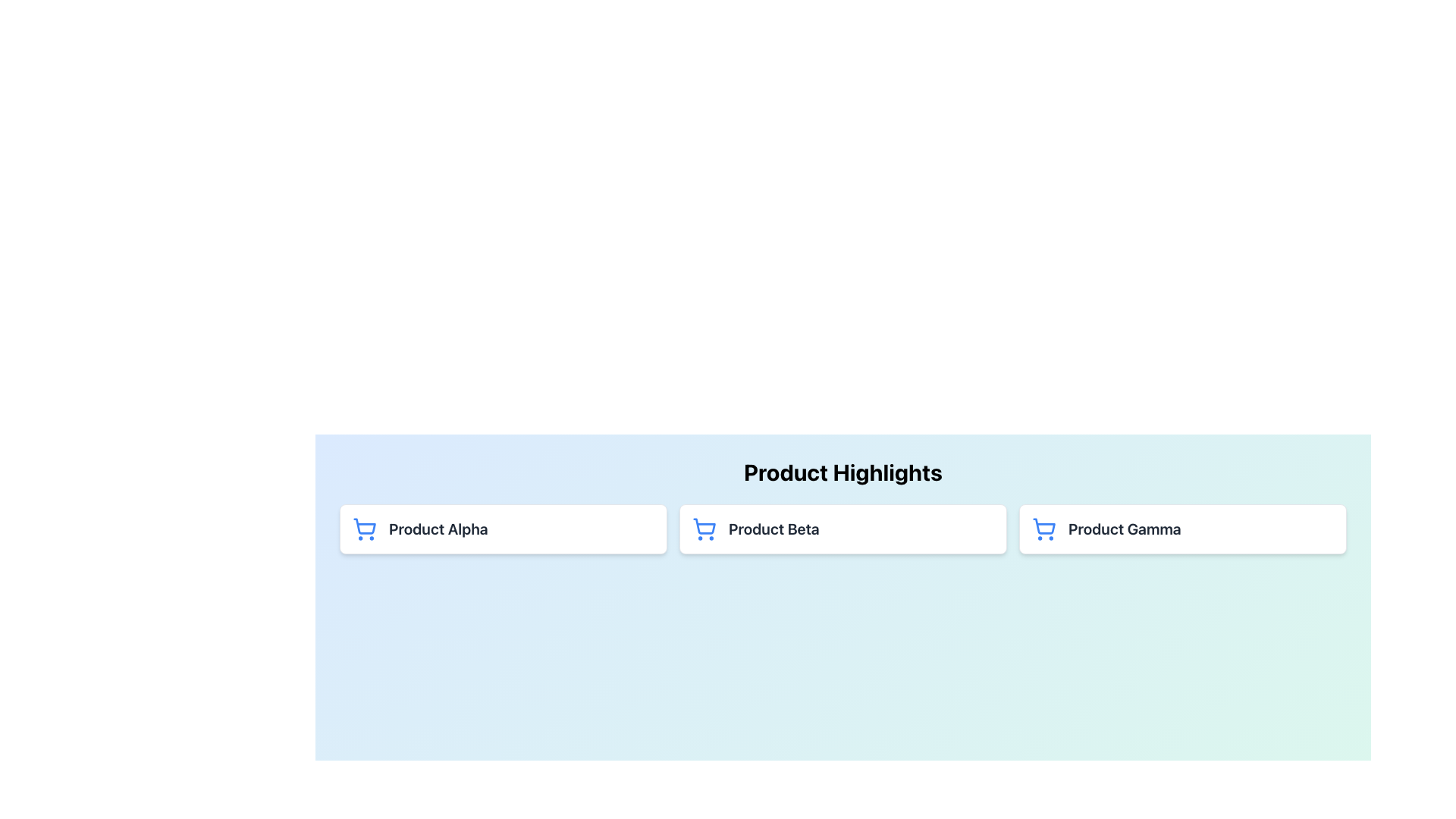 The width and height of the screenshot is (1456, 819). Describe the element at coordinates (704, 529) in the screenshot. I see `the shopping icon located on the left side of the 'Product Beta' card in the 'Product Highlights' section` at that location.